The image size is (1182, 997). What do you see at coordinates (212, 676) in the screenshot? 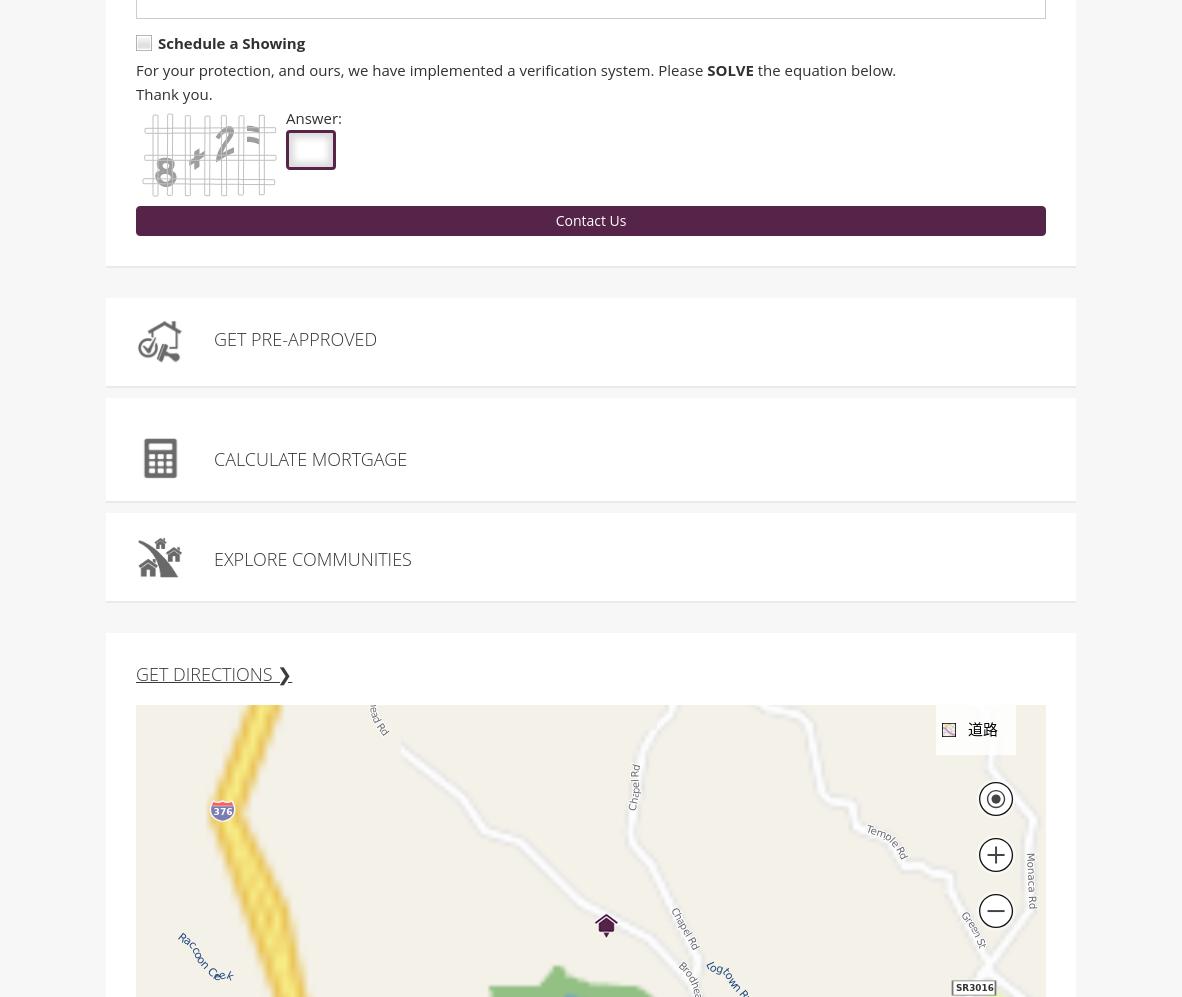
I see `'Get Directions ❯'` at bounding box center [212, 676].